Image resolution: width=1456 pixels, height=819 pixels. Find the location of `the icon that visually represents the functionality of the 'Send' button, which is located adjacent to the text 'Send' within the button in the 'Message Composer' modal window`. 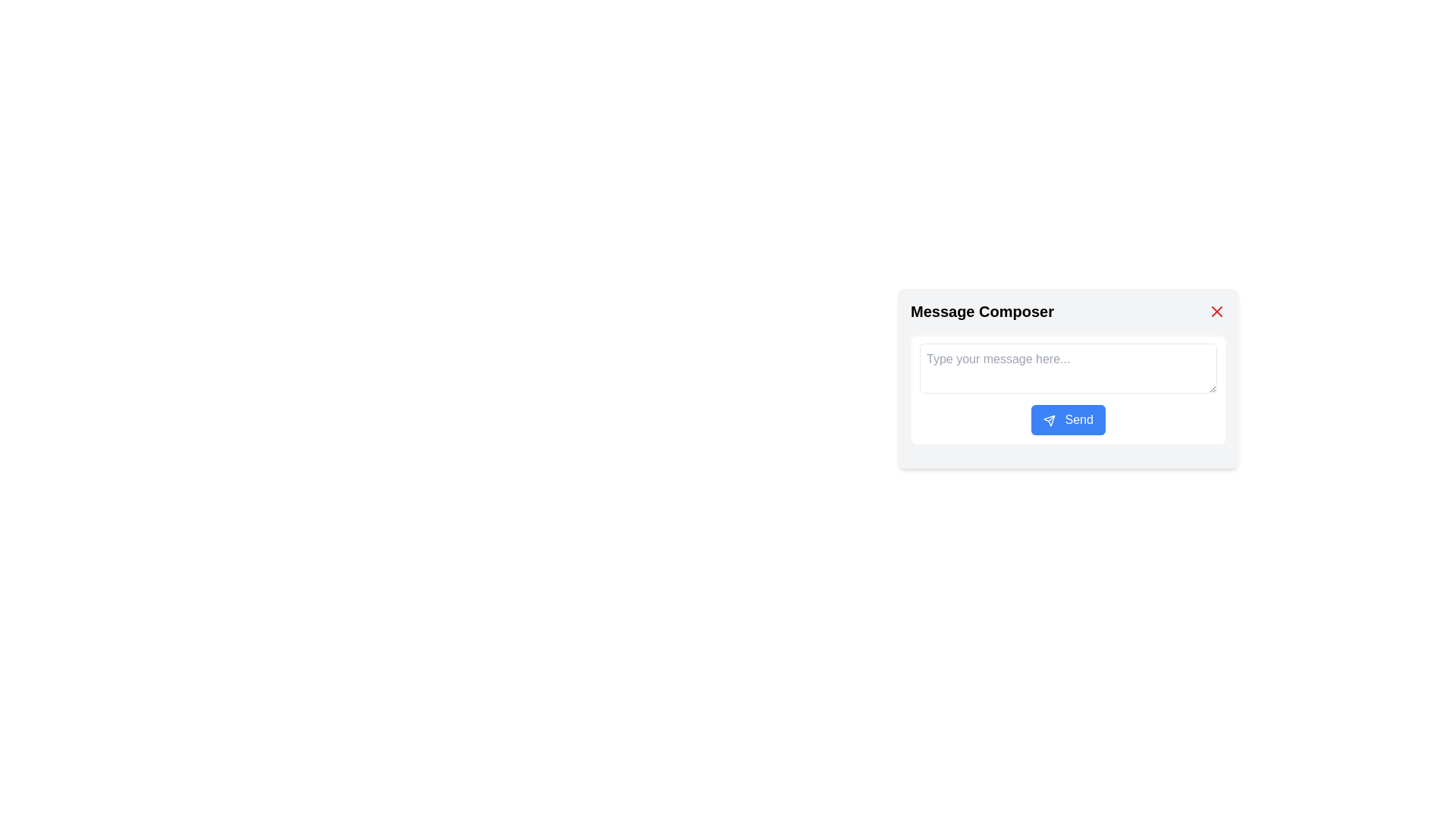

the icon that visually represents the functionality of the 'Send' button, which is located adjacent to the text 'Send' within the button in the 'Message Composer' modal window is located at coordinates (1049, 420).